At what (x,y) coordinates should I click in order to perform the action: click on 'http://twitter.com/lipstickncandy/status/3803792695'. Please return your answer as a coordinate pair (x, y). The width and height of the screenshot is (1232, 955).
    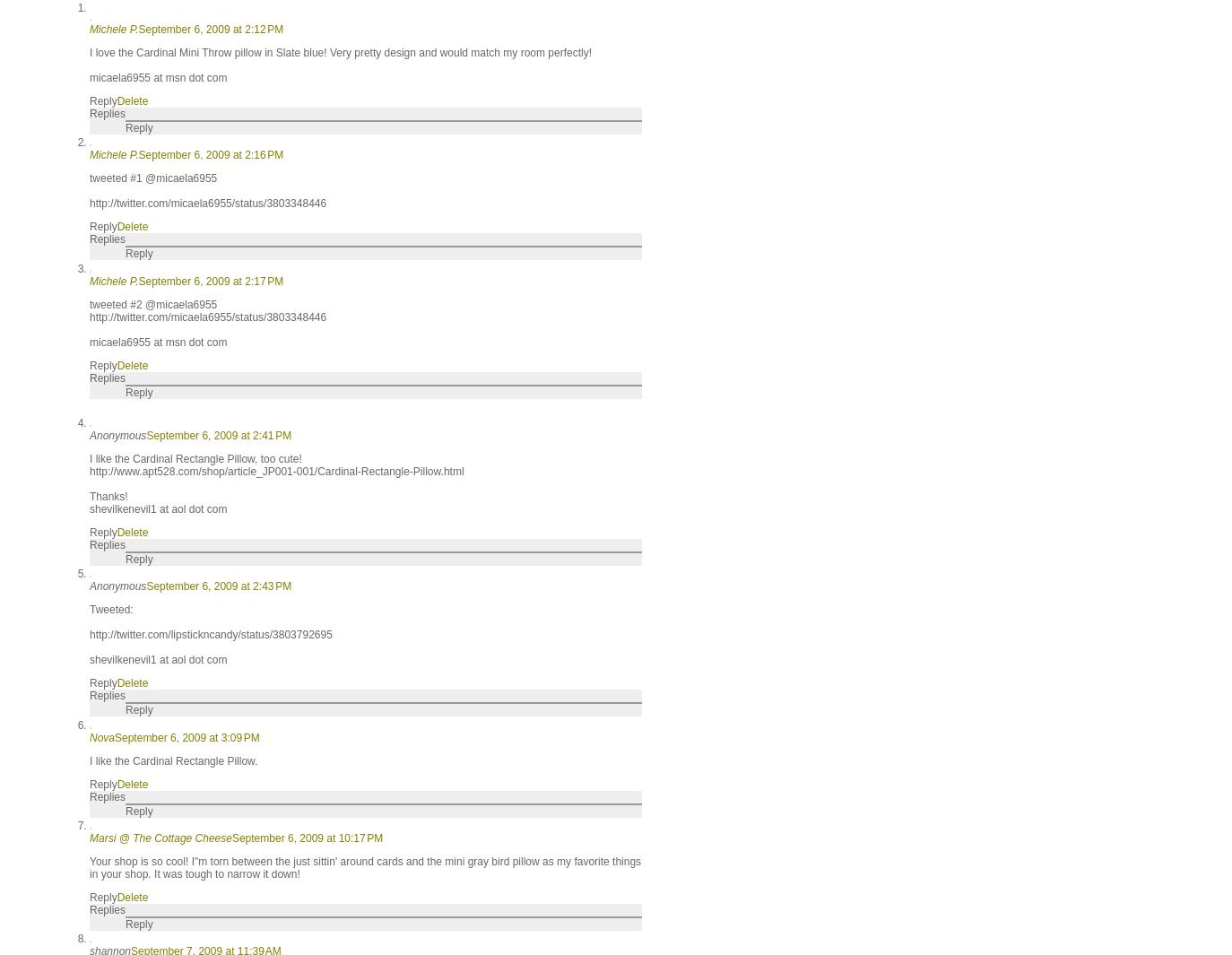
    Looking at the image, I should click on (209, 635).